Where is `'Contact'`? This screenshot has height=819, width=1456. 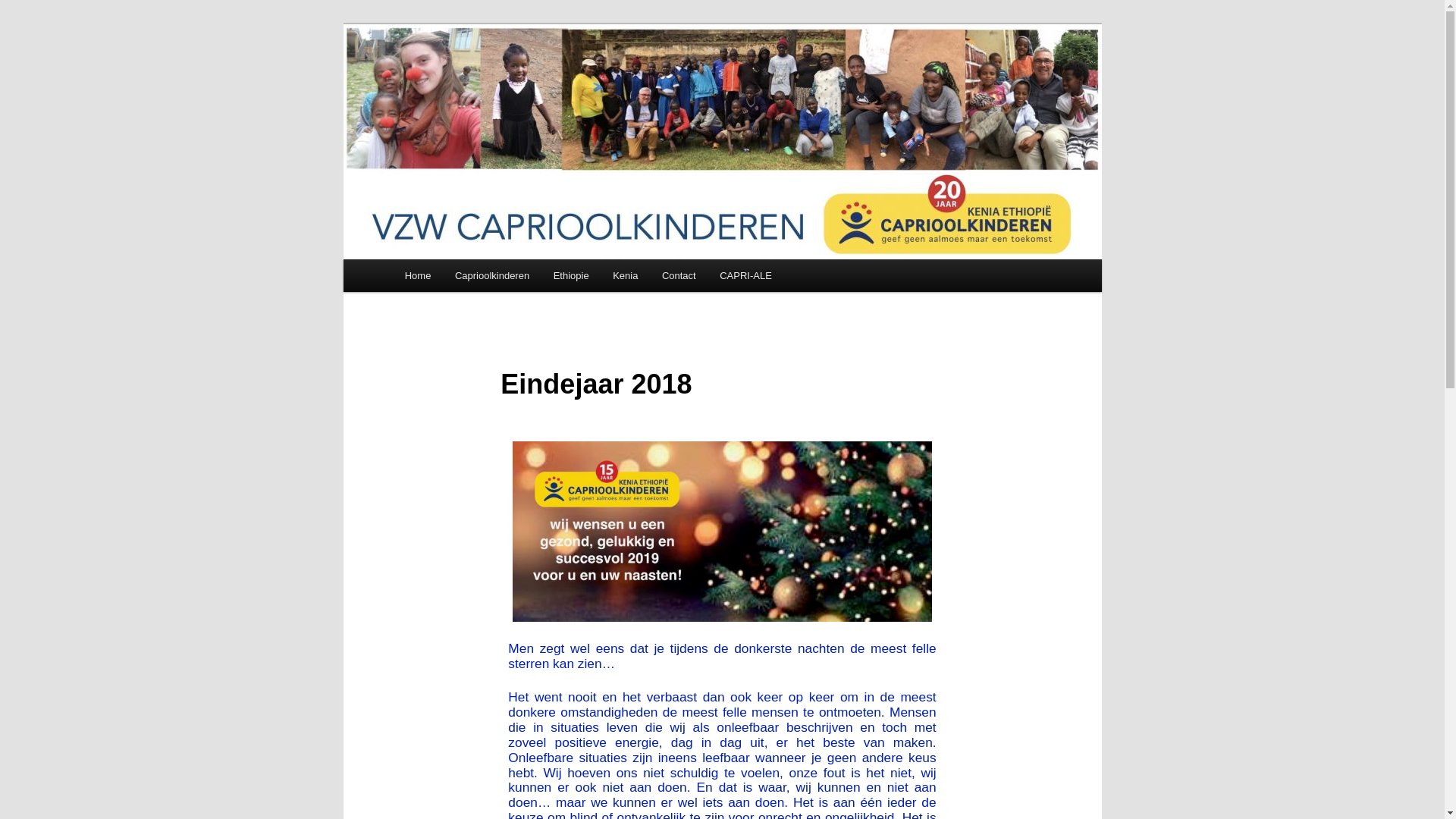
'Contact' is located at coordinates (677, 275).